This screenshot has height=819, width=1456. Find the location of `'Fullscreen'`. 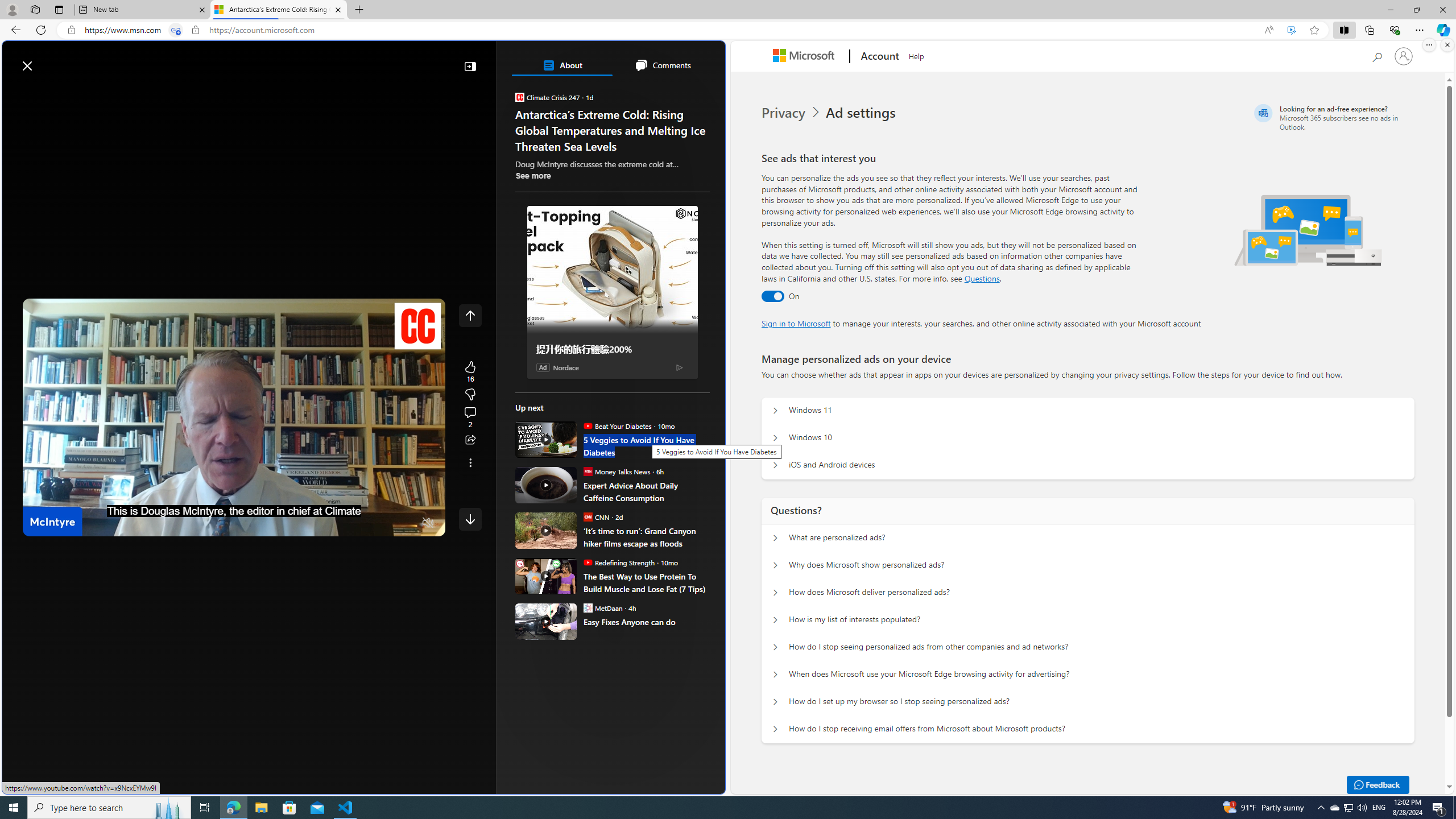

'Fullscreen' is located at coordinates (406, 523).